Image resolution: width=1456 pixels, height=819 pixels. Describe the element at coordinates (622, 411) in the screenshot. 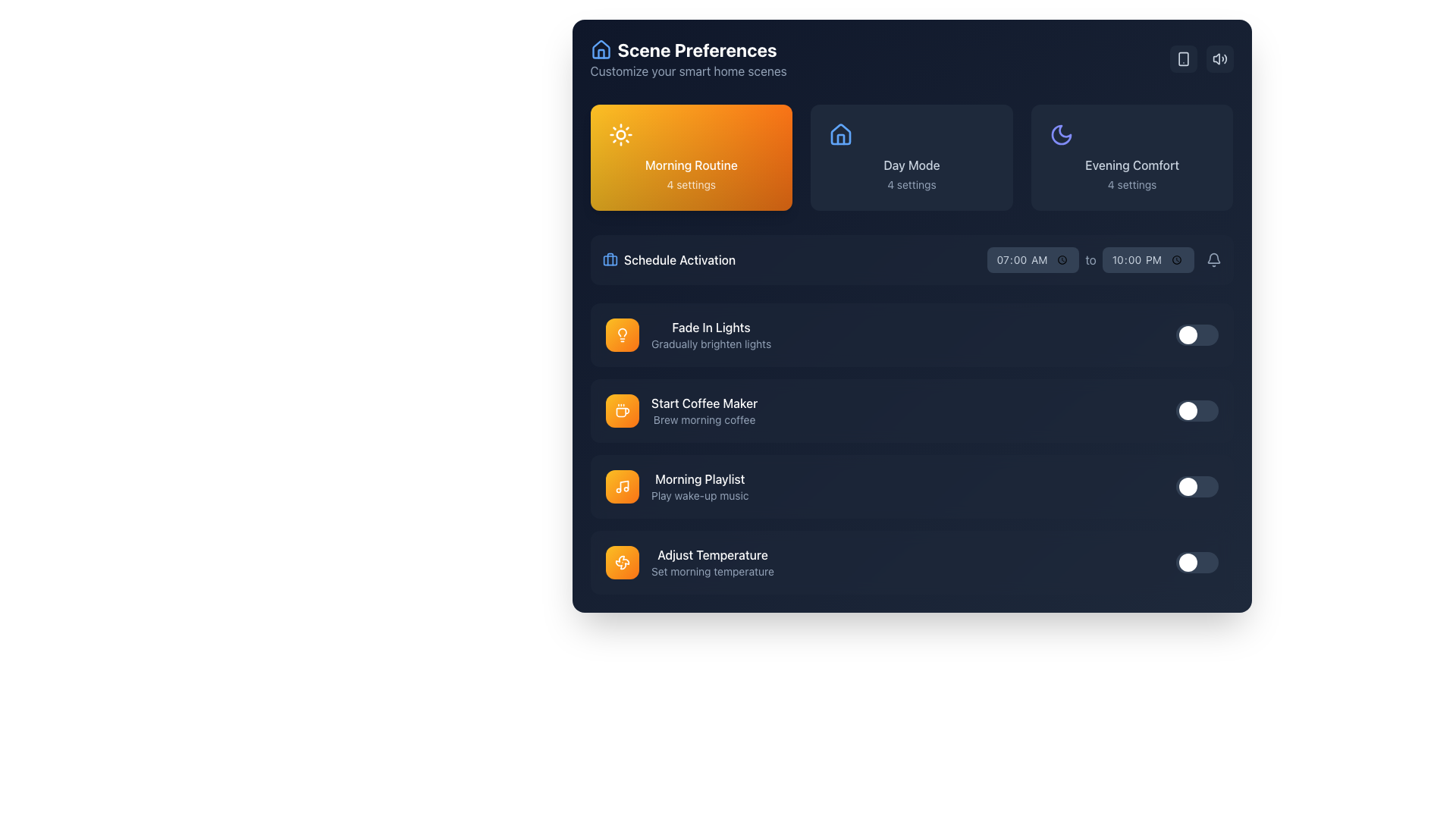

I see `the 'Start Coffee Maker' button located on the left side of its section to interact with it` at that location.